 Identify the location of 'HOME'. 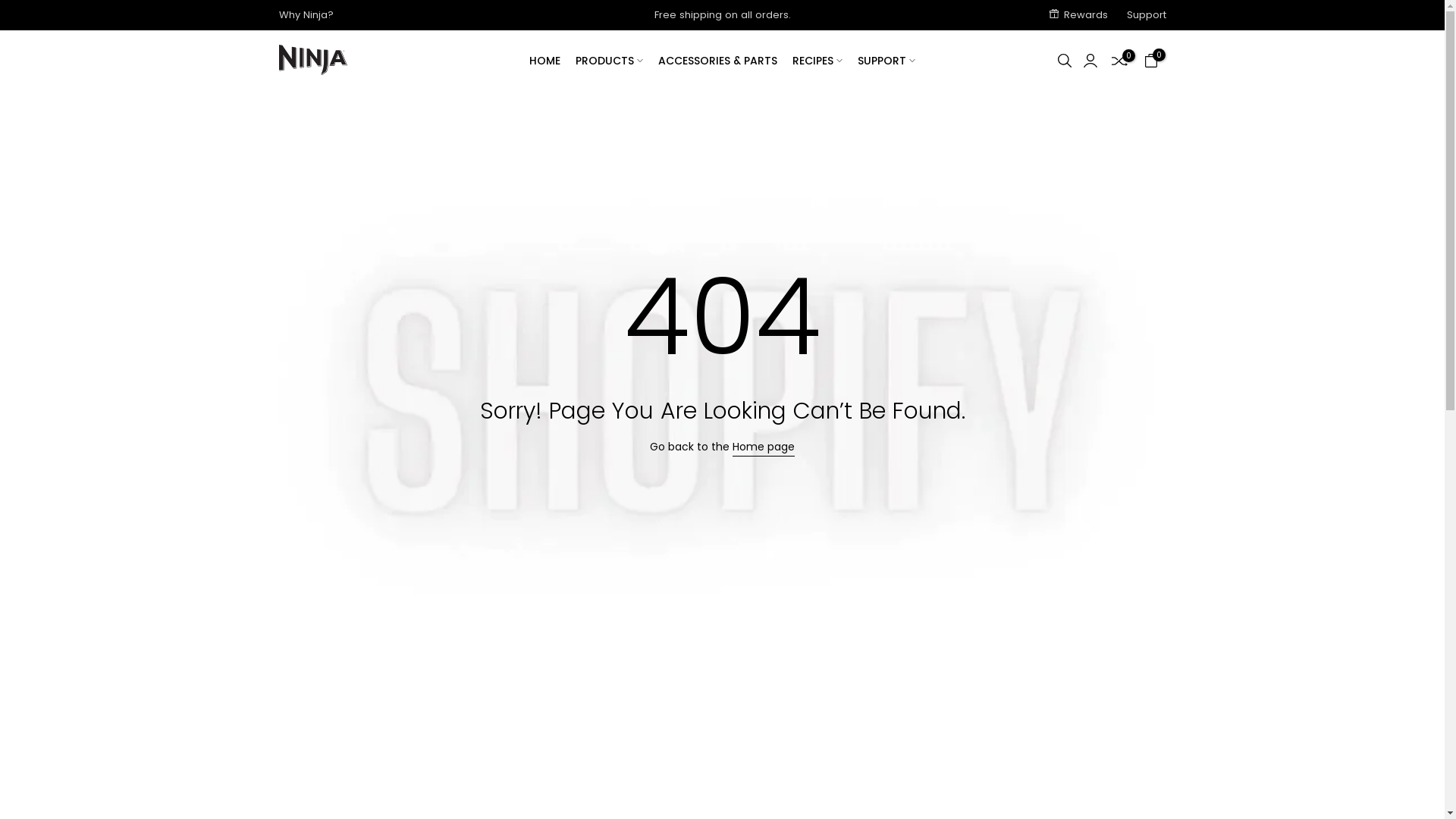
(529, 60).